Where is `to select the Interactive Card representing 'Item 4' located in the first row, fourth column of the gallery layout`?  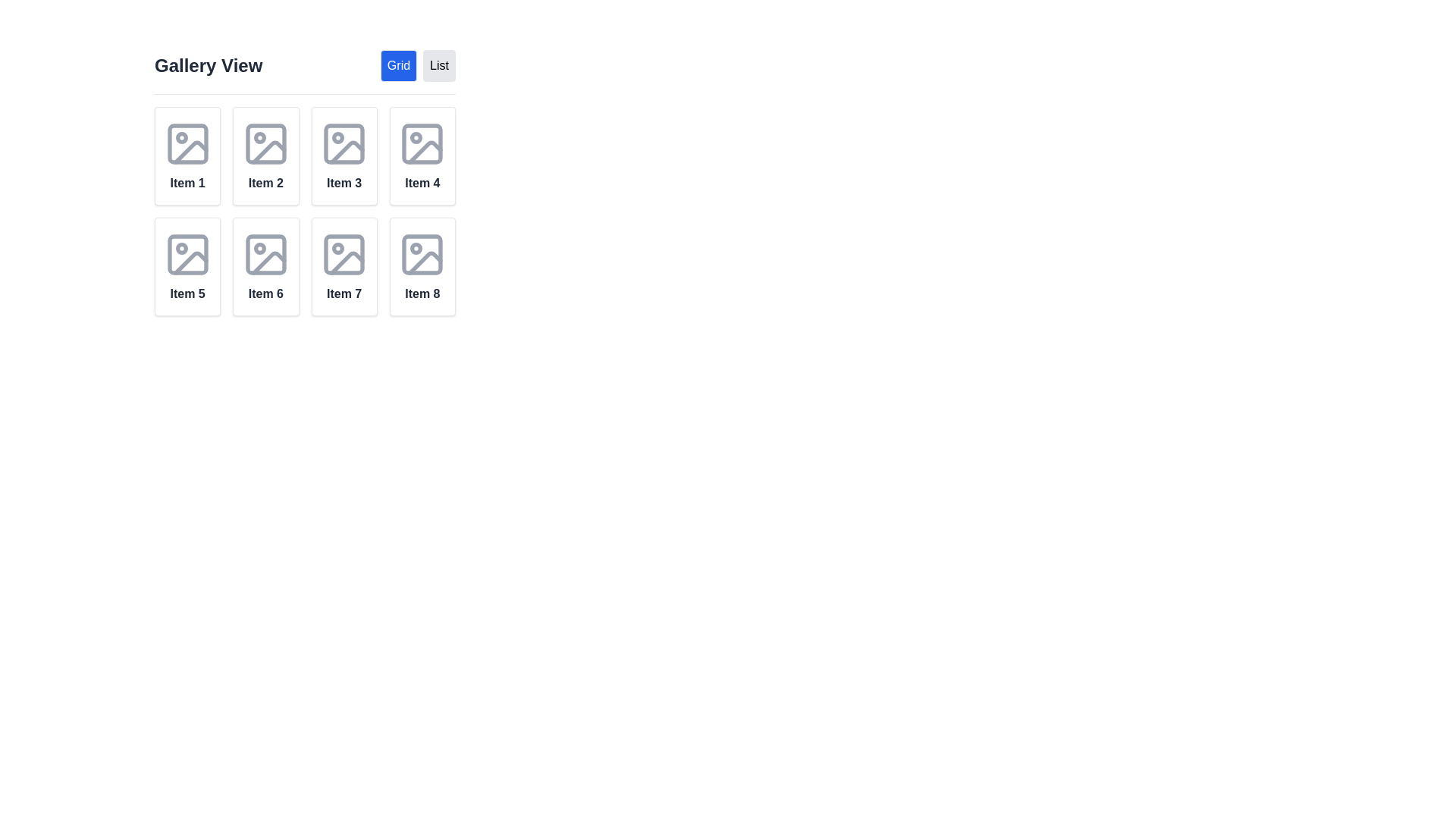
to select the Interactive Card representing 'Item 4' located in the first row, fourth column of the gallery layout is located at coordinates (422, 155).